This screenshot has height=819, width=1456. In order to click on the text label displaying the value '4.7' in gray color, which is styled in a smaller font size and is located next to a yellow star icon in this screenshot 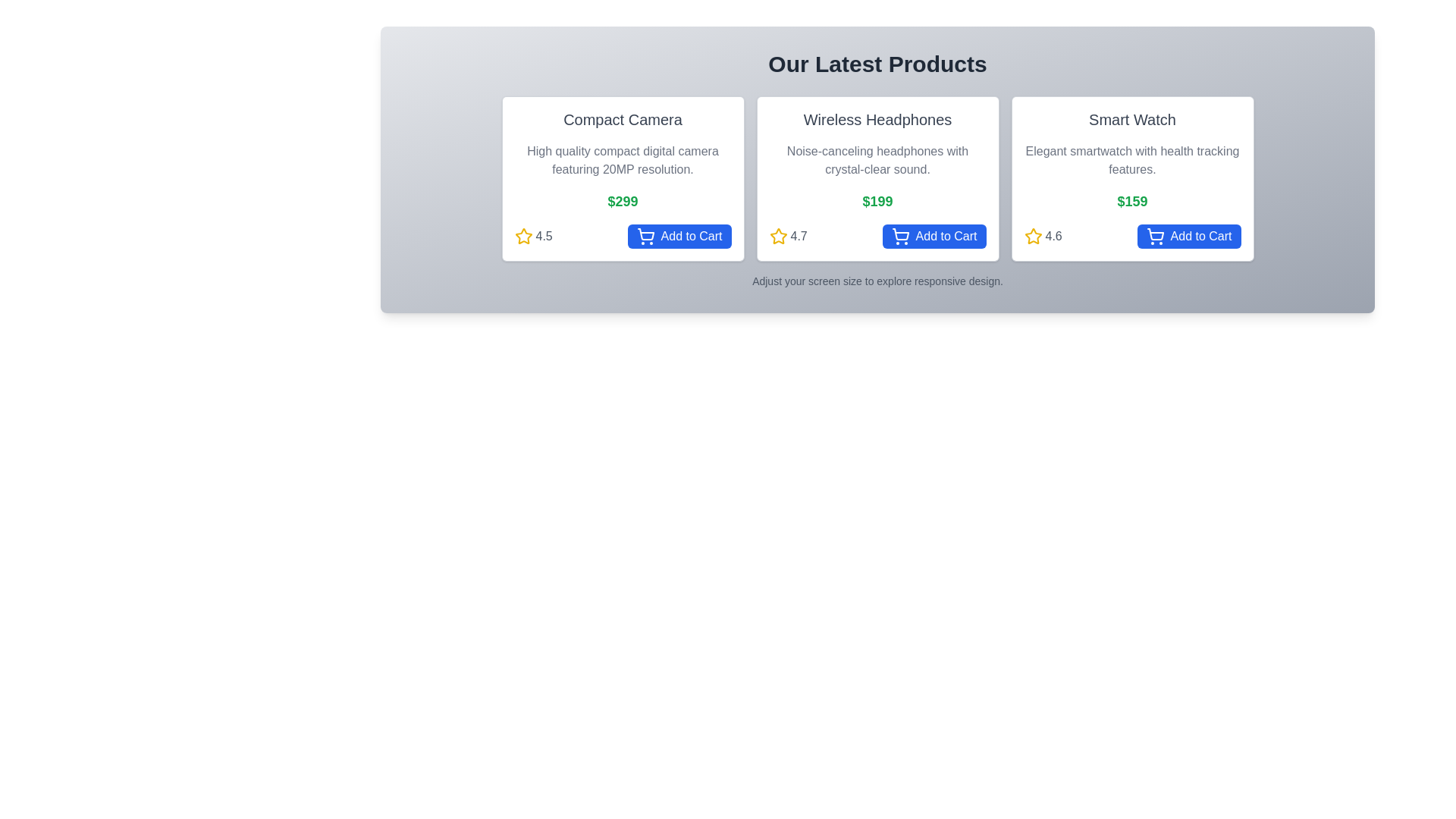, I will do `click(798, 237)`.